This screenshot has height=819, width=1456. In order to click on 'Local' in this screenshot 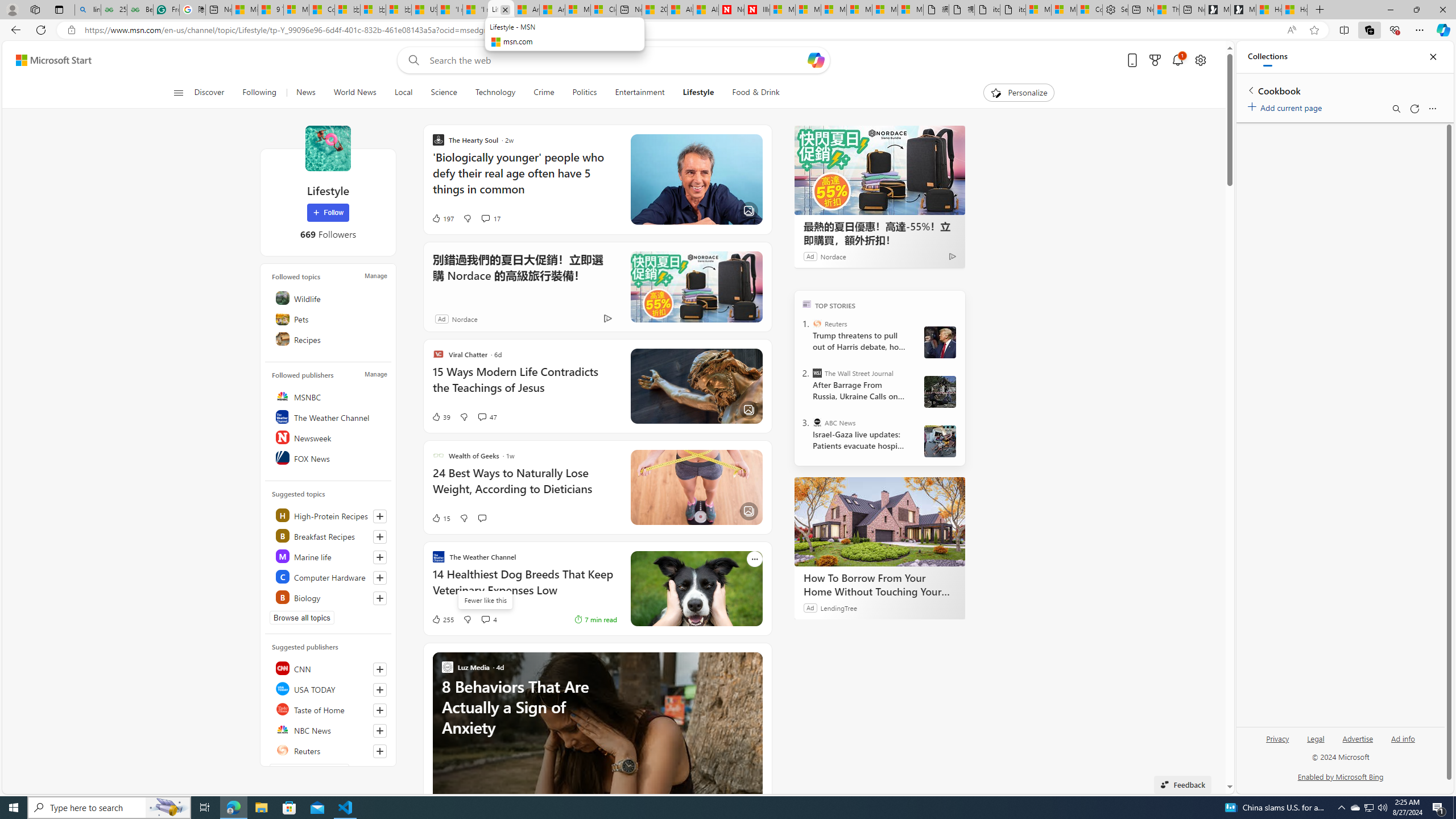, I will do `click(403, 92)`.